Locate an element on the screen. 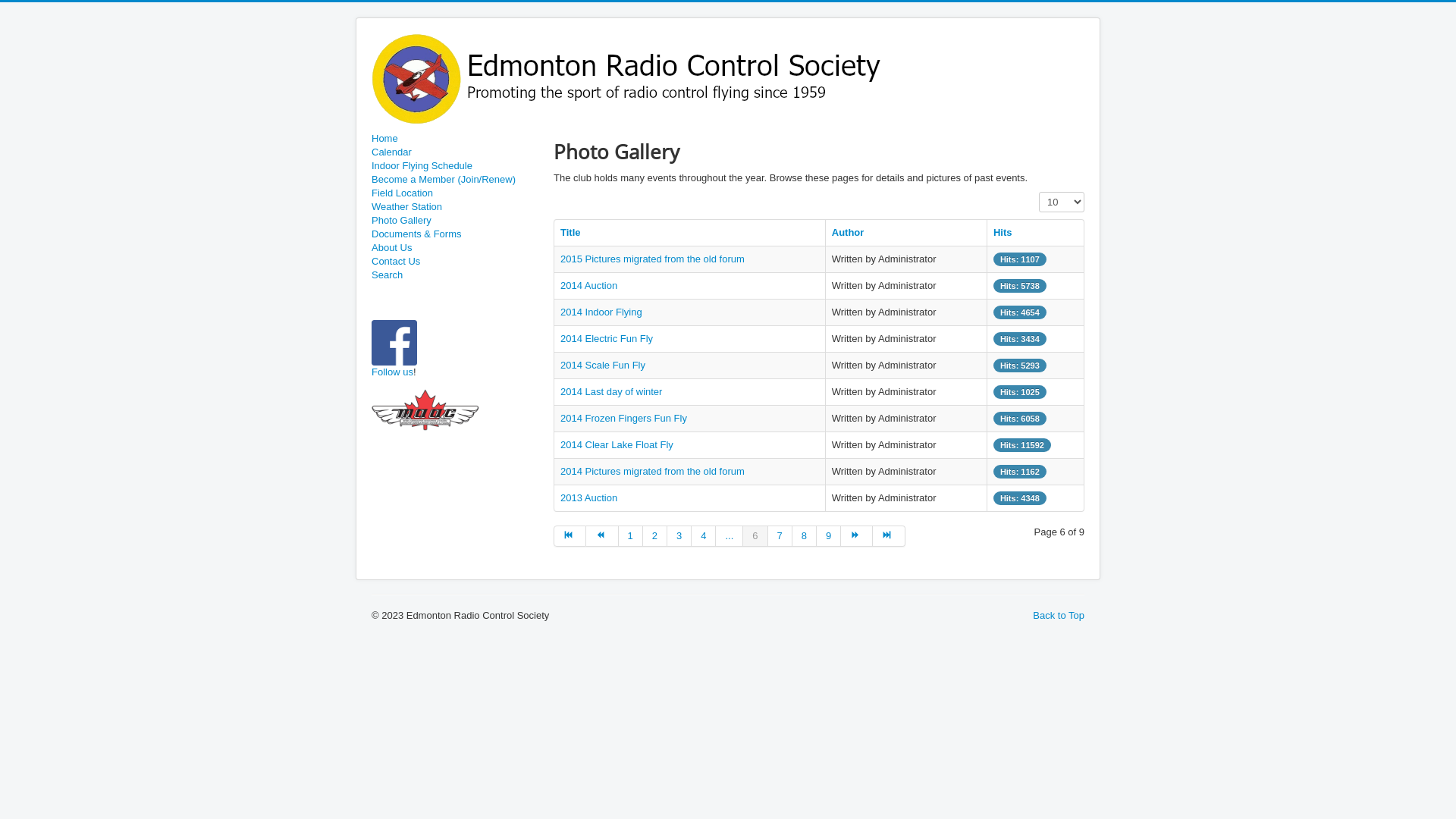 This screenshot has width=1456, height=819. ' ' is located at coordinates (418, 372).